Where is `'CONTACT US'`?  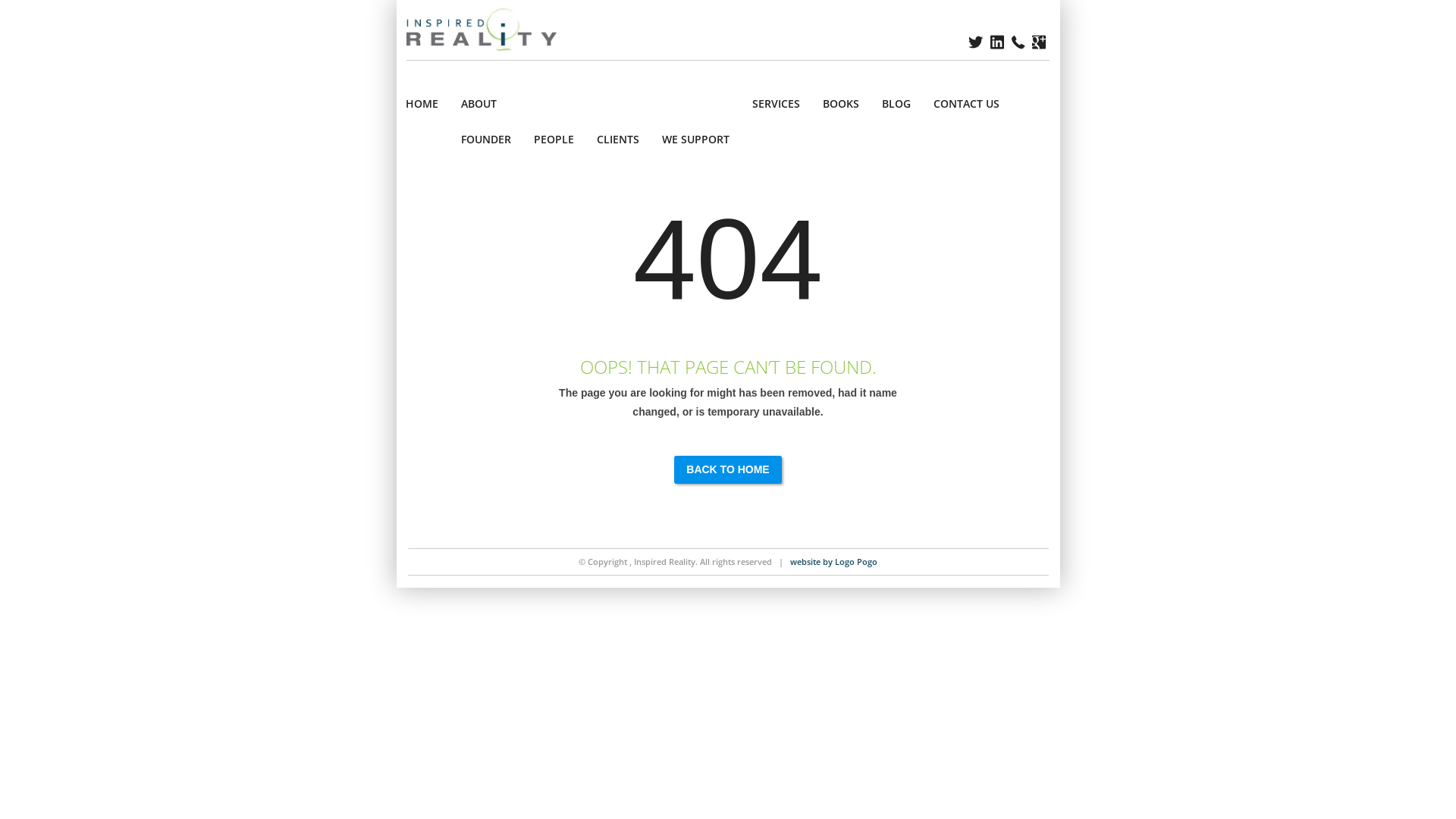 'CONTACT US' is located at coordinates (965, 102).